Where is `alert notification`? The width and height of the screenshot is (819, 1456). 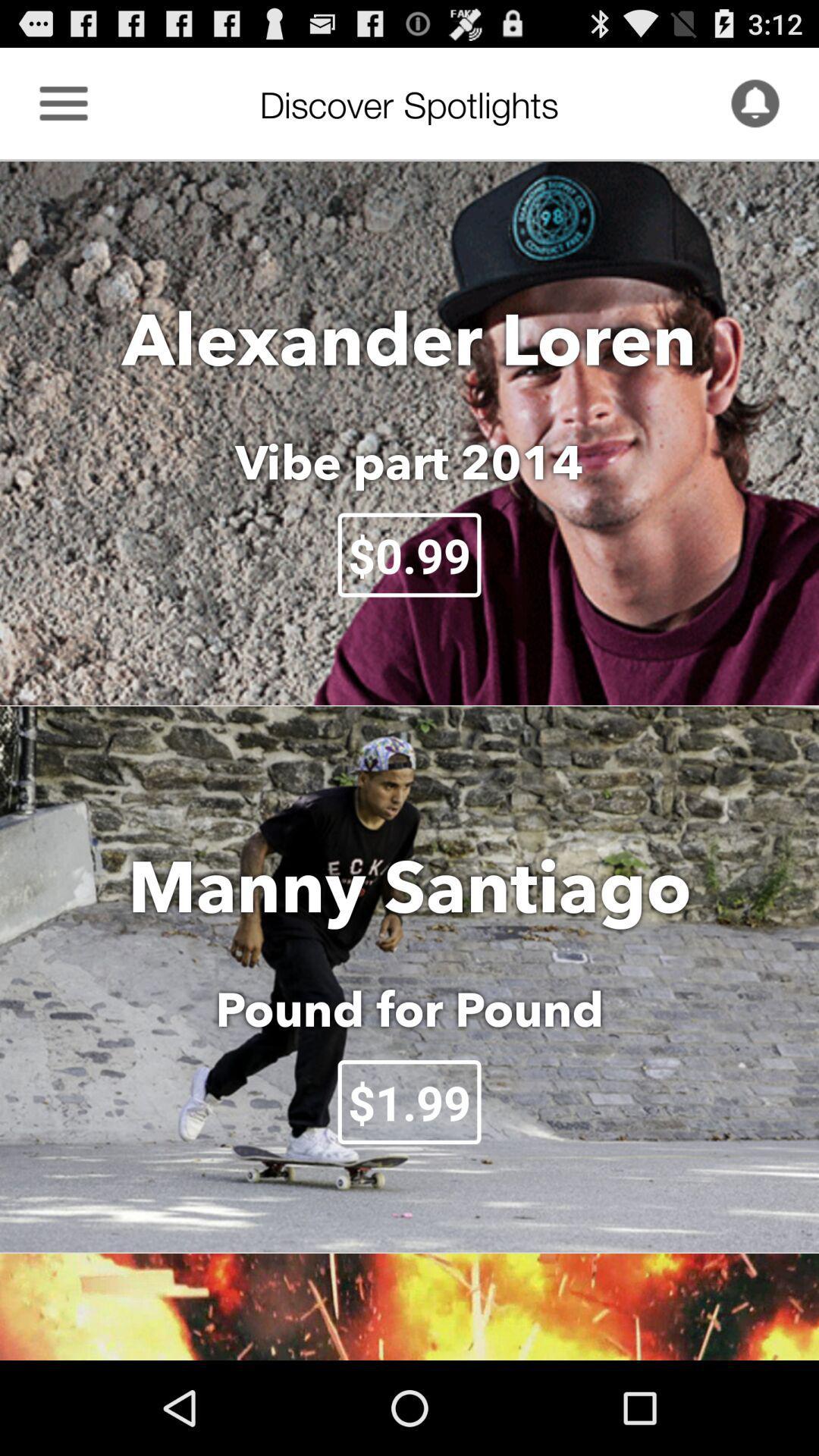
alert notification is located at coordinates (755, 102).